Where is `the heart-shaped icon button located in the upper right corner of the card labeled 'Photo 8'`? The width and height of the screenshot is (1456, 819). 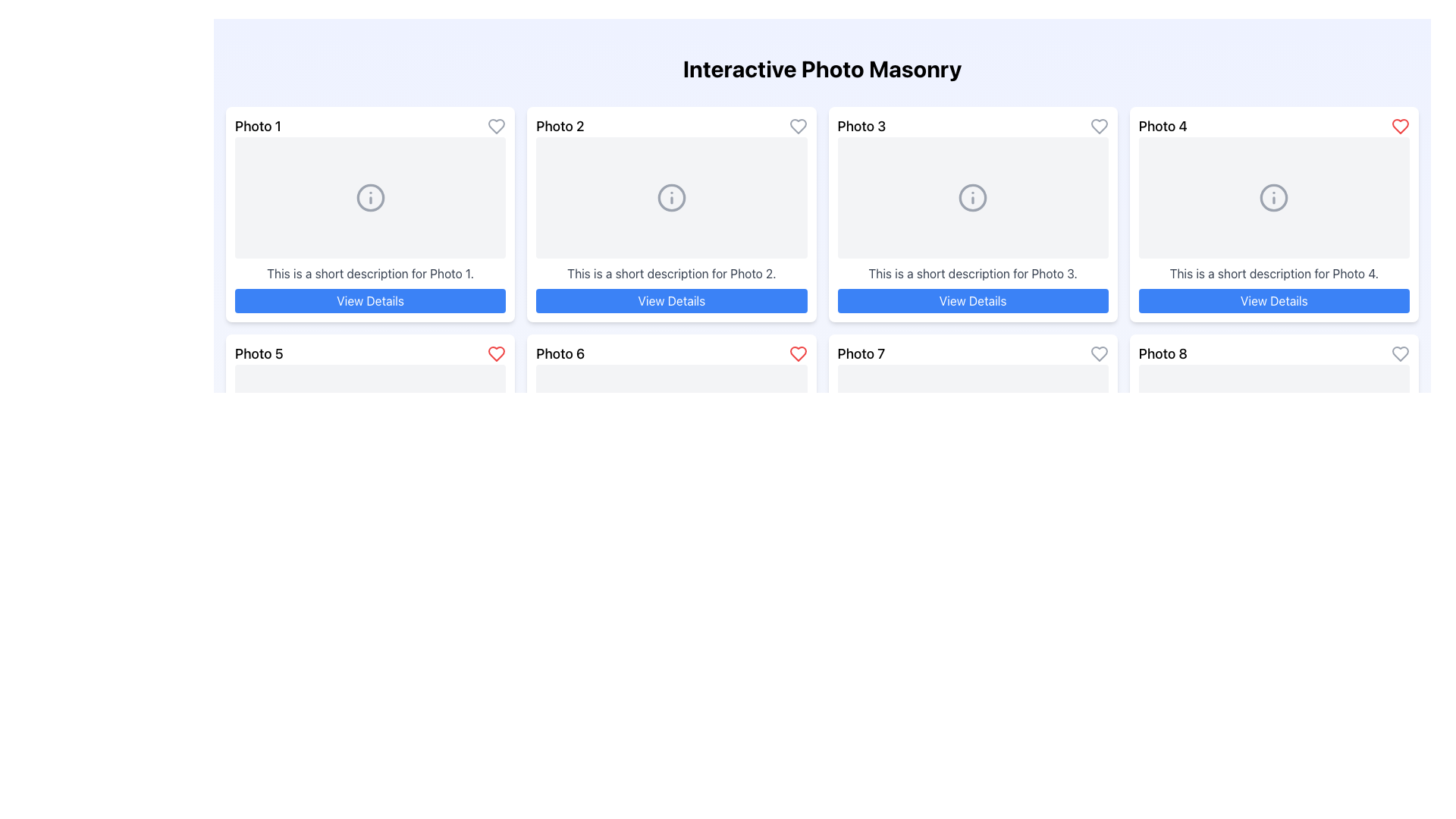
the heart-shaped icon button located in the upper right corner of the card labeled 'Photo 8' is located at coordinates (1400, 353).